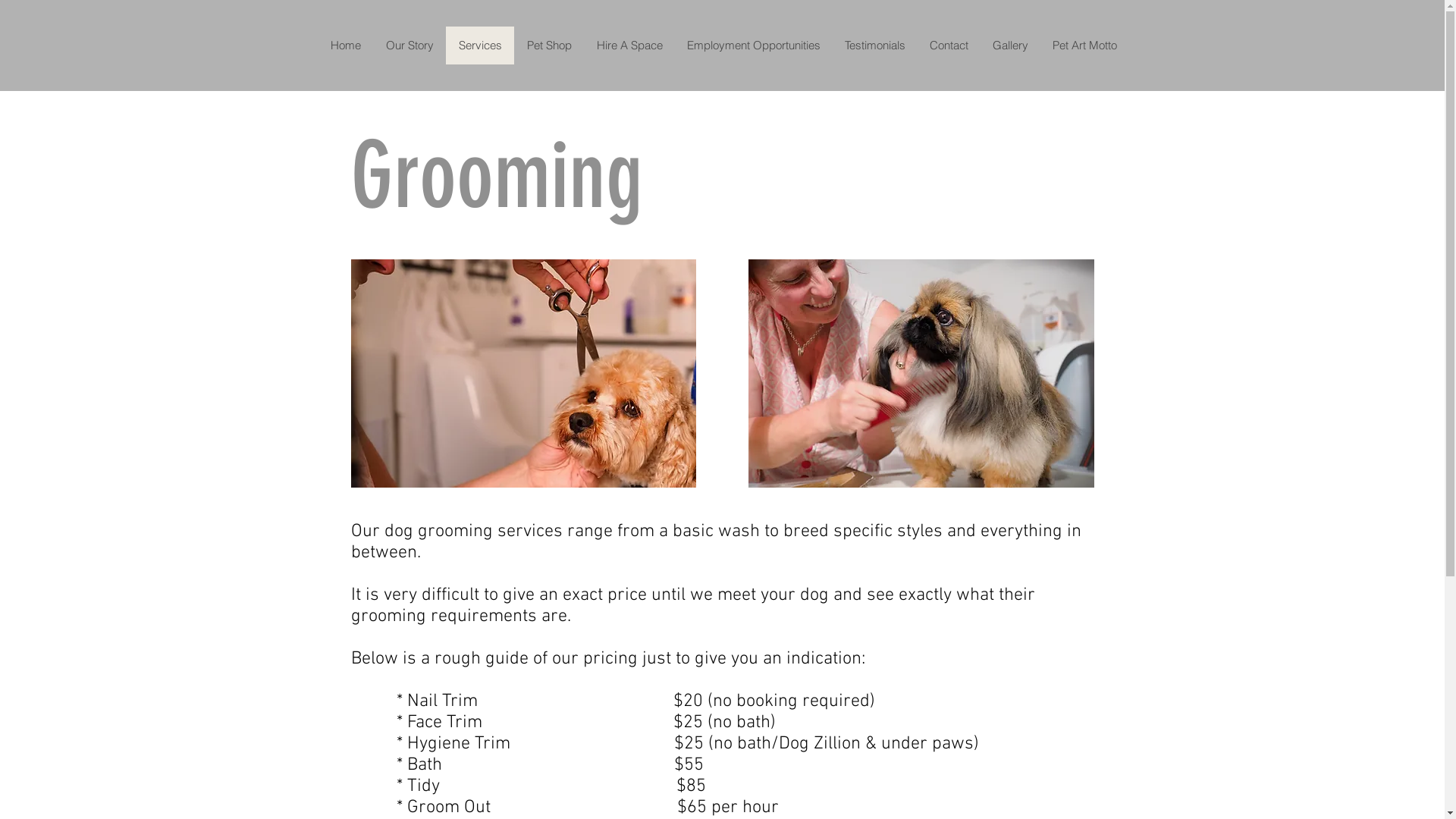 The image size is (1456, 819). Describe the element at coordinates (753, 45) in the screenshot. I see `'Employment Opportunities'` at that location.